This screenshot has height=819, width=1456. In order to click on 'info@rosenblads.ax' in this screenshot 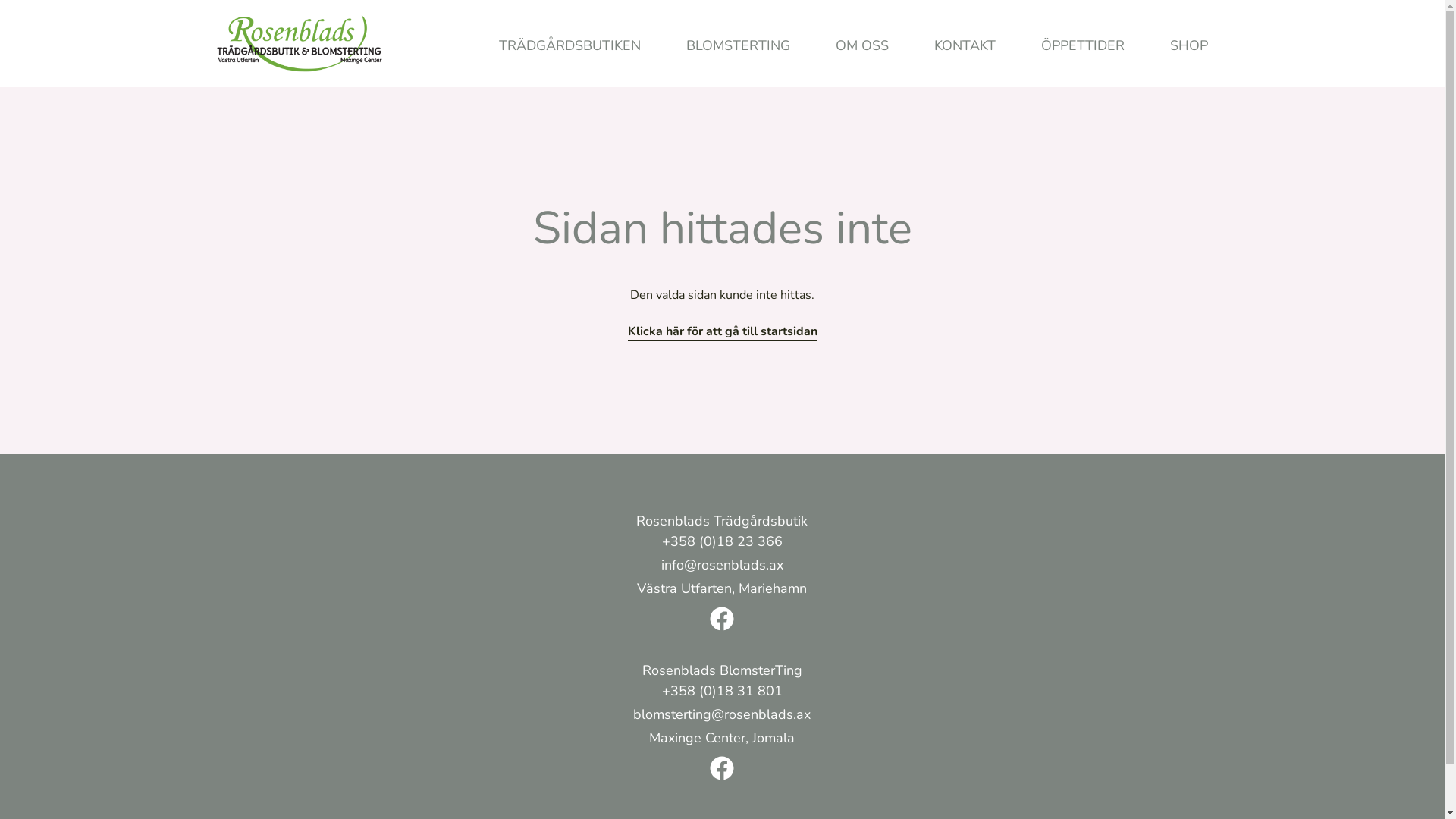, I will do `click(721, 566)`.